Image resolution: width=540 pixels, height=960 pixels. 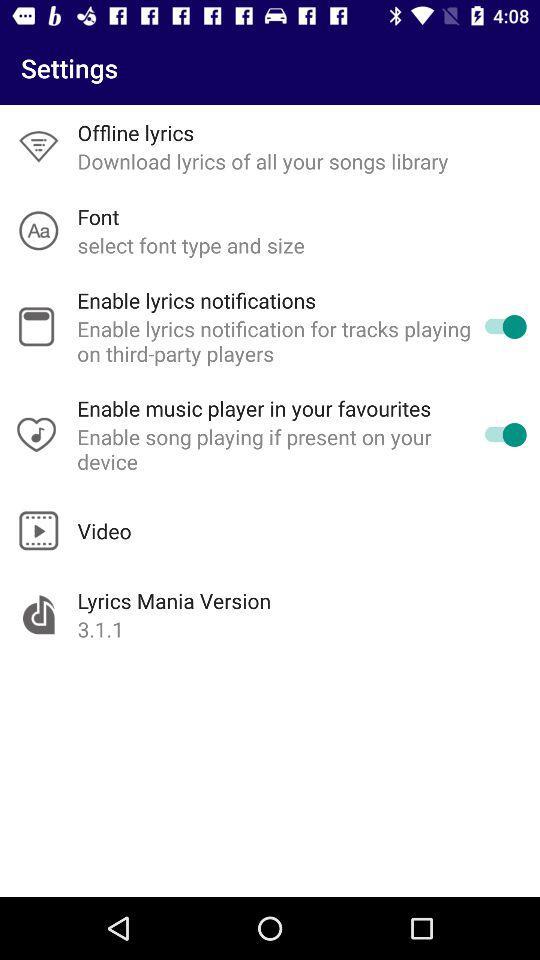 What do you see at coordinates (254, 407) in the screenshot?
I see `enable music player app` at bounding box center [254, 407].